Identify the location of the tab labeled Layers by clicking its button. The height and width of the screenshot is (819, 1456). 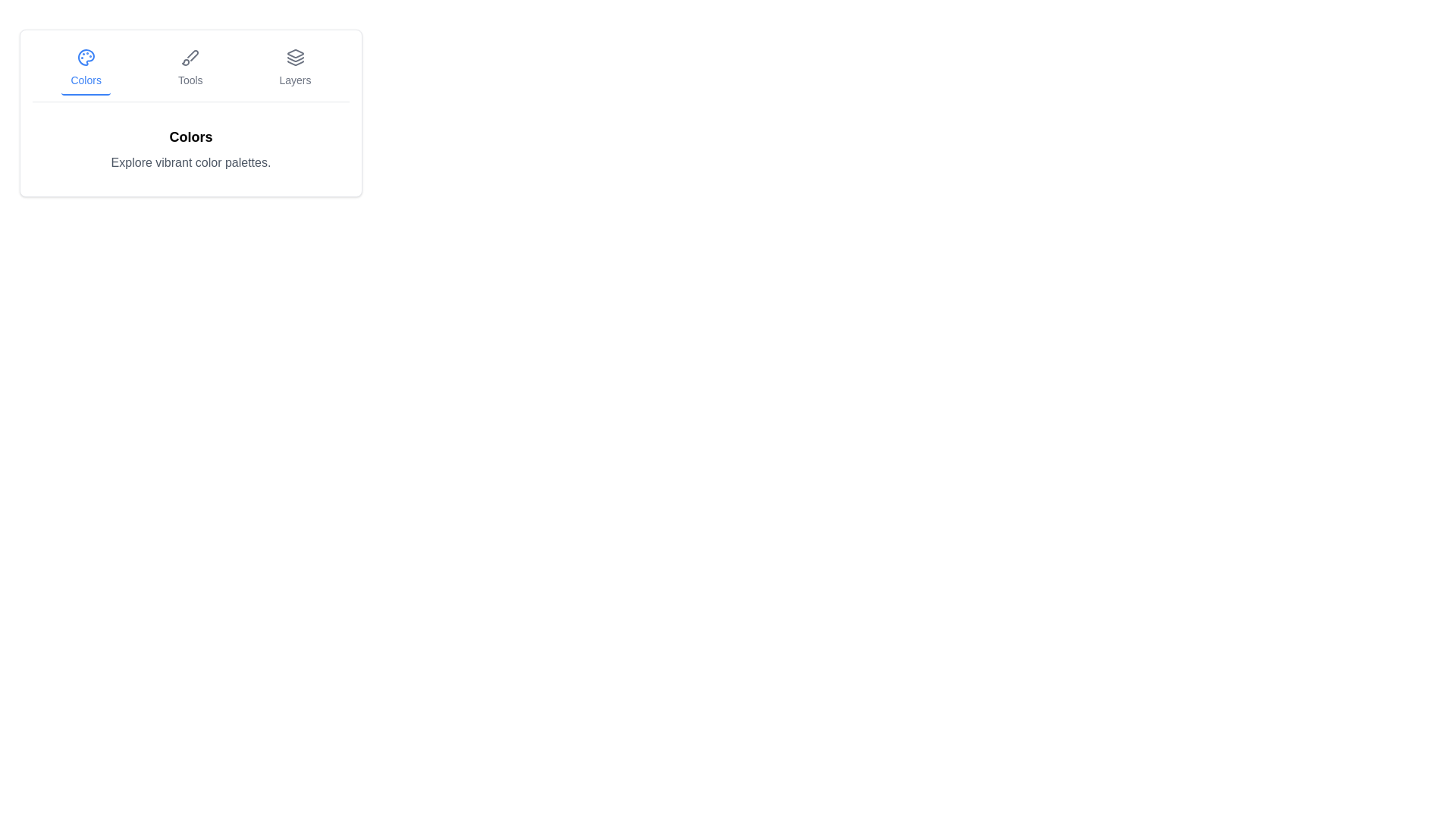
(295, 69).